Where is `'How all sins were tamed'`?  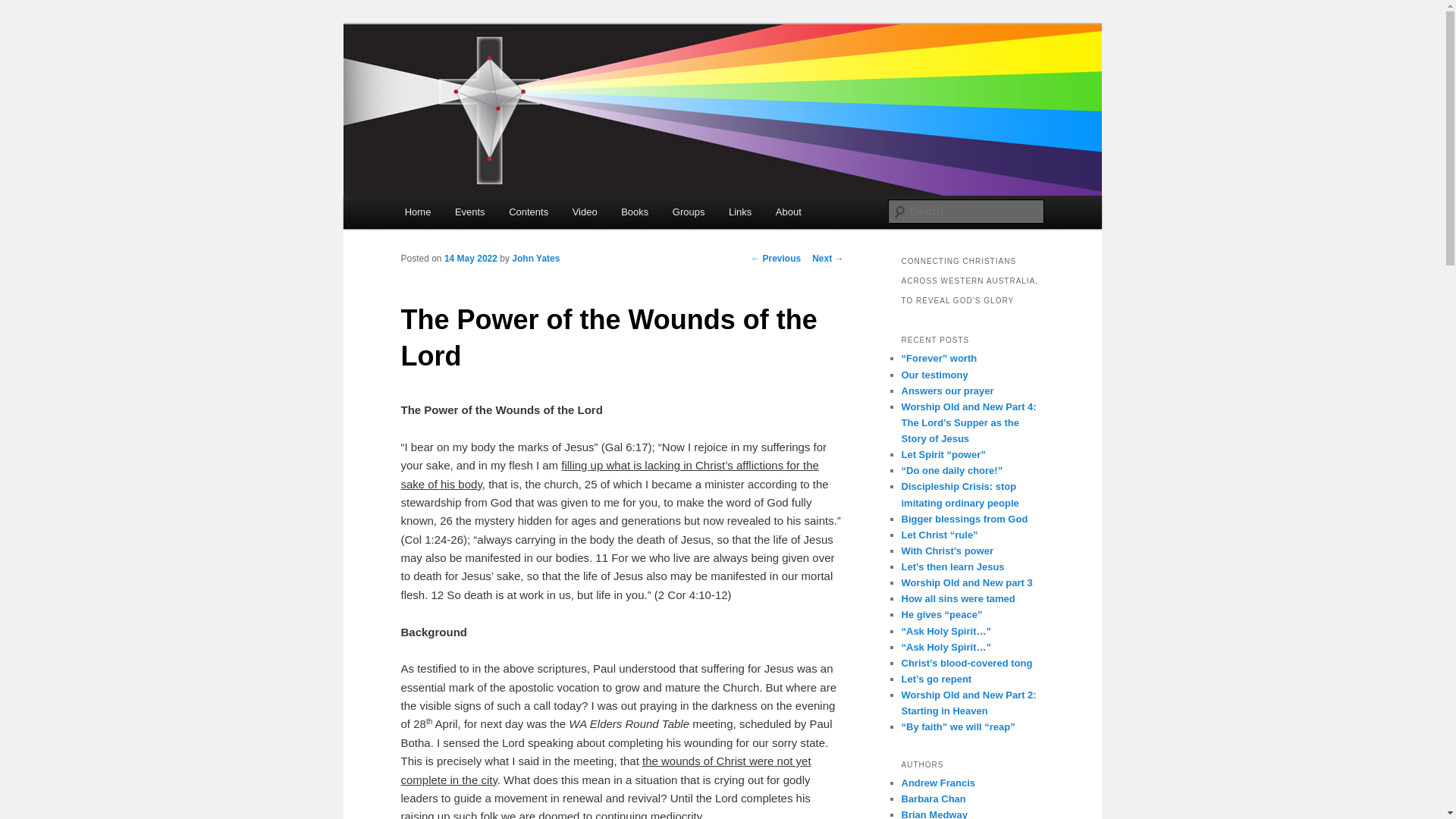 'How all sins were tamed' is located at coordinates (956, 598).